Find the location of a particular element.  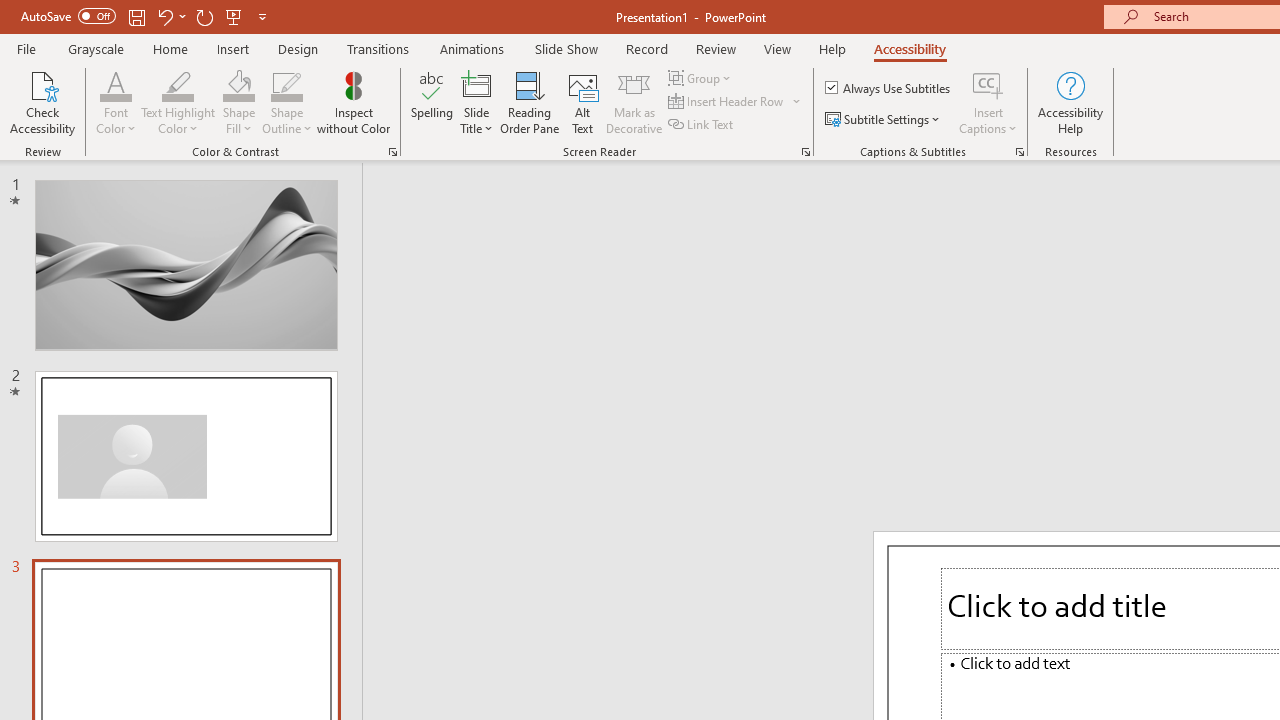

'Always Use Subtitles' is located at coordinates (888, 86).